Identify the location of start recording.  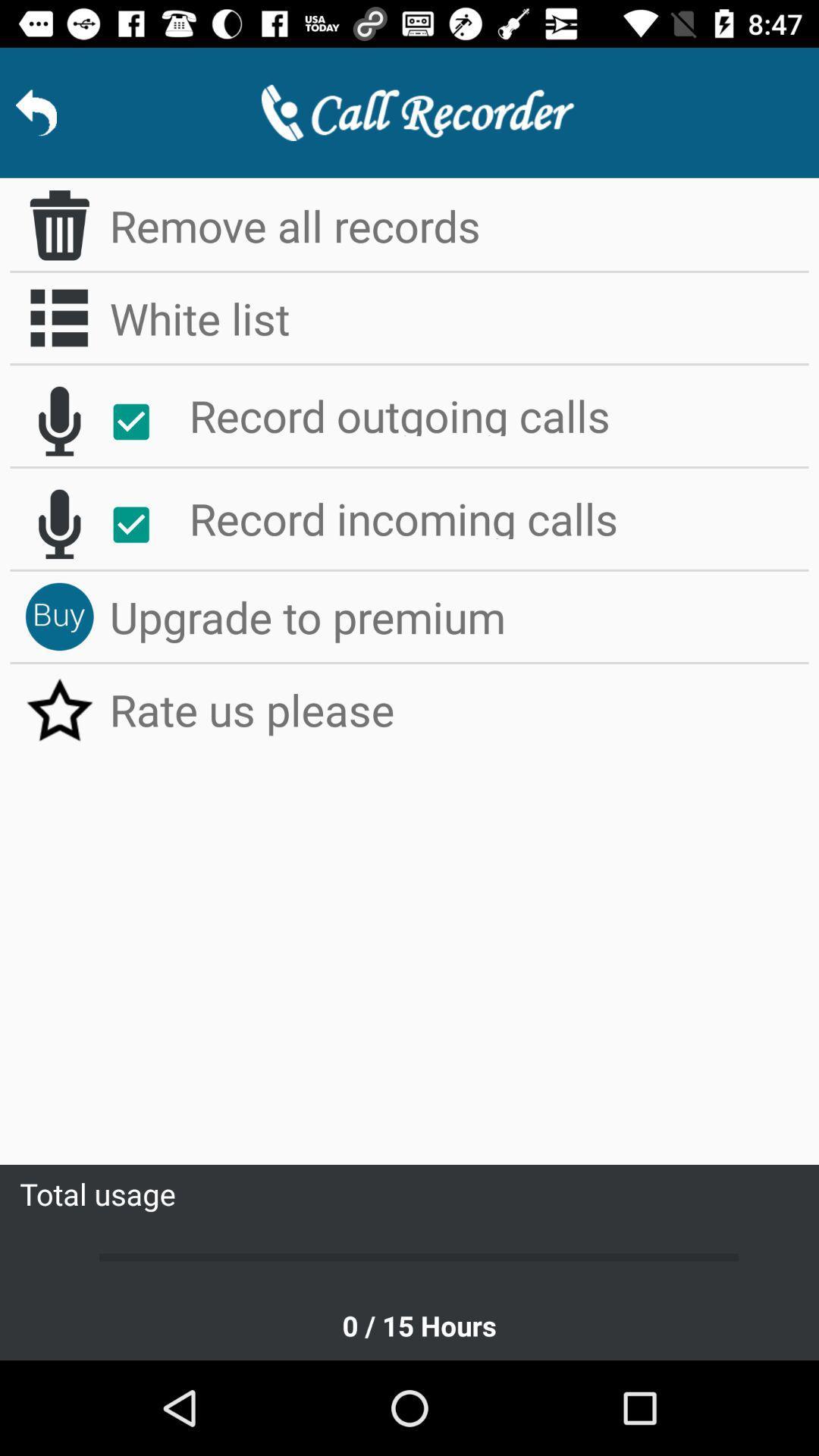
(58, 524).